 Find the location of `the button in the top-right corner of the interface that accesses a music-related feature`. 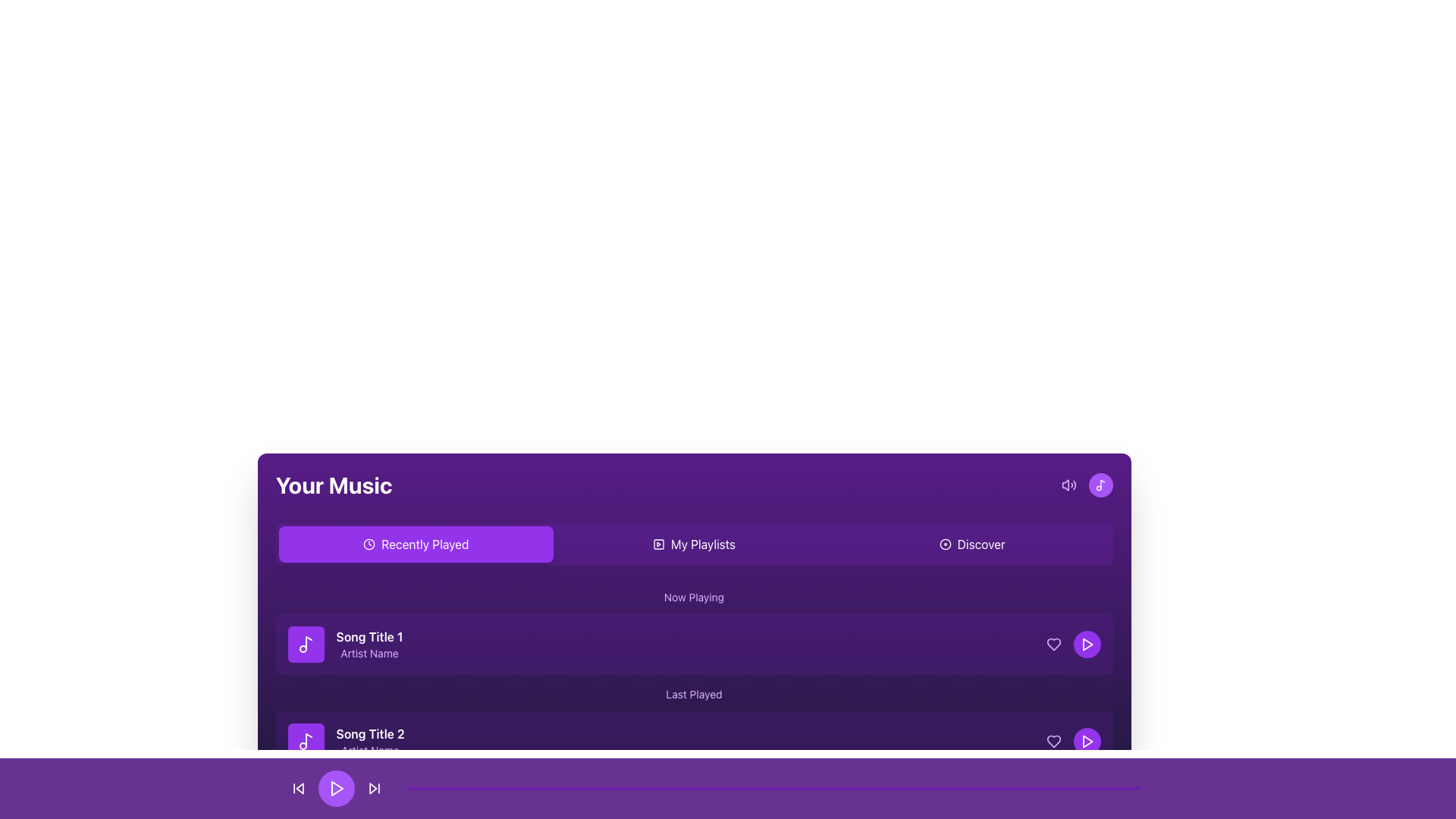

the button in the top-right corner of the interface that accesses a music-related feature is located at coordinates (1100, 485).